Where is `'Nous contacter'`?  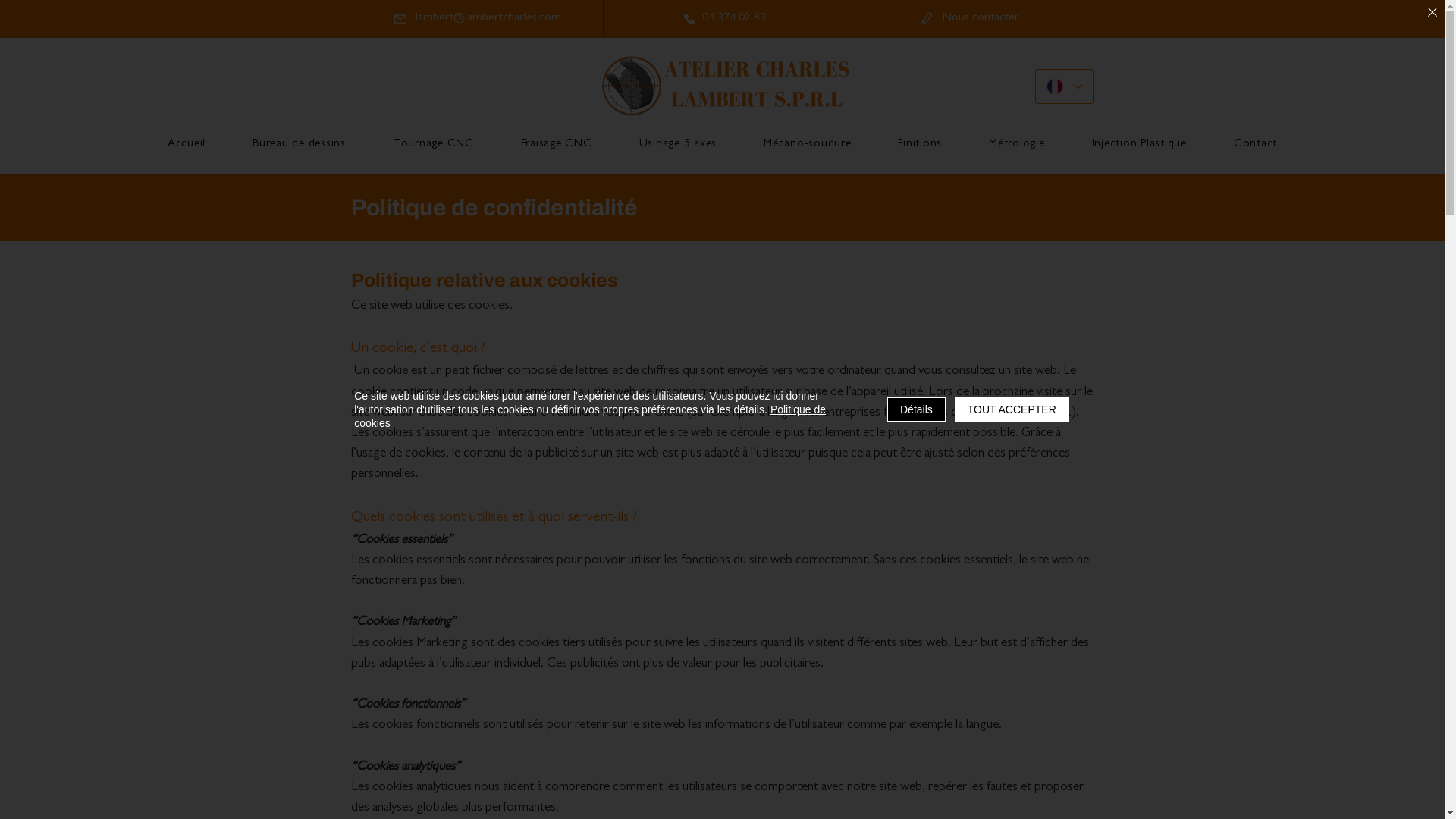 'Nous contacter' is located at coordinates (968, 18).